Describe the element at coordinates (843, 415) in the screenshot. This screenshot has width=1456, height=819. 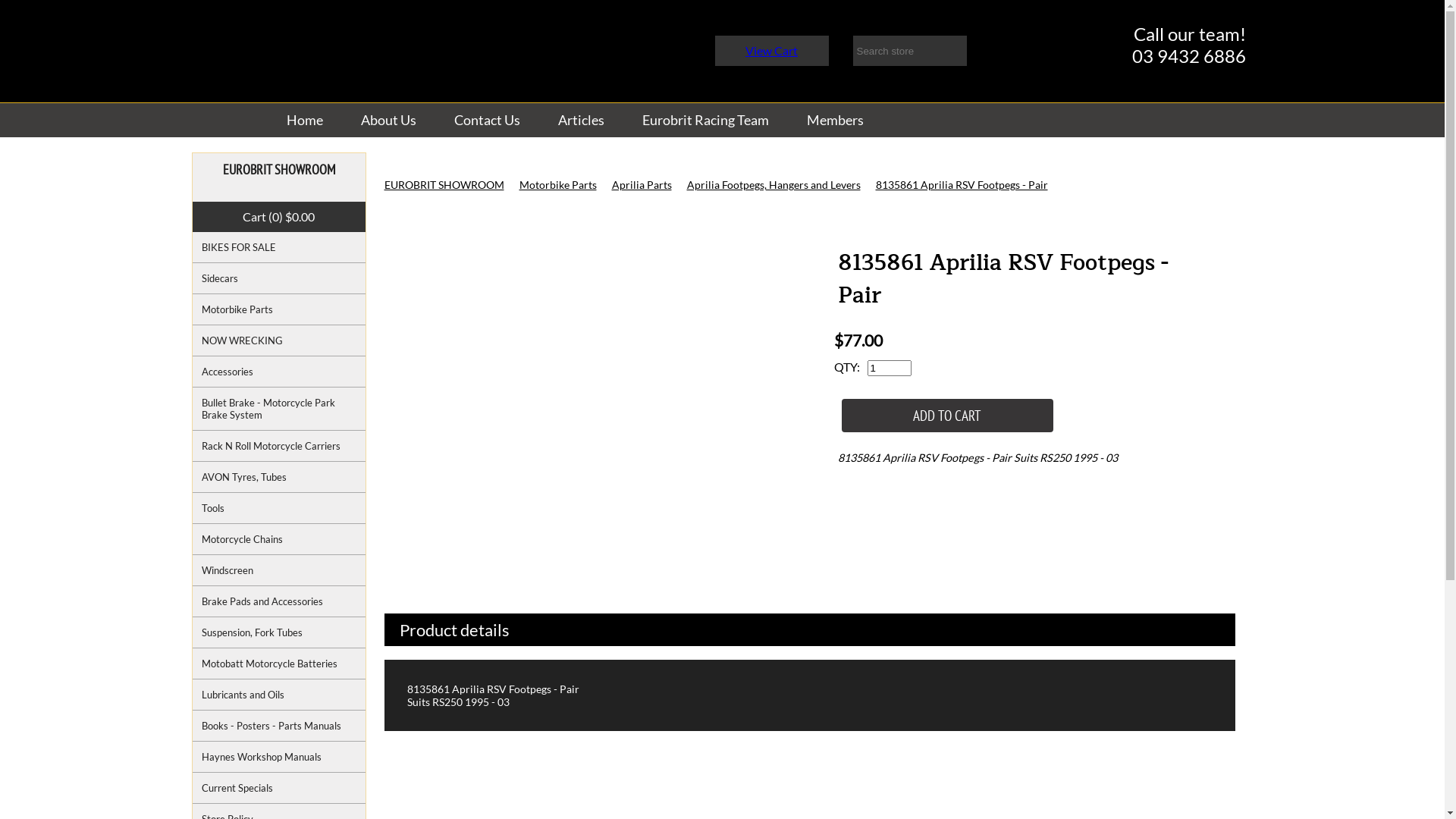
I see `'ADD TO CART'` at that location.